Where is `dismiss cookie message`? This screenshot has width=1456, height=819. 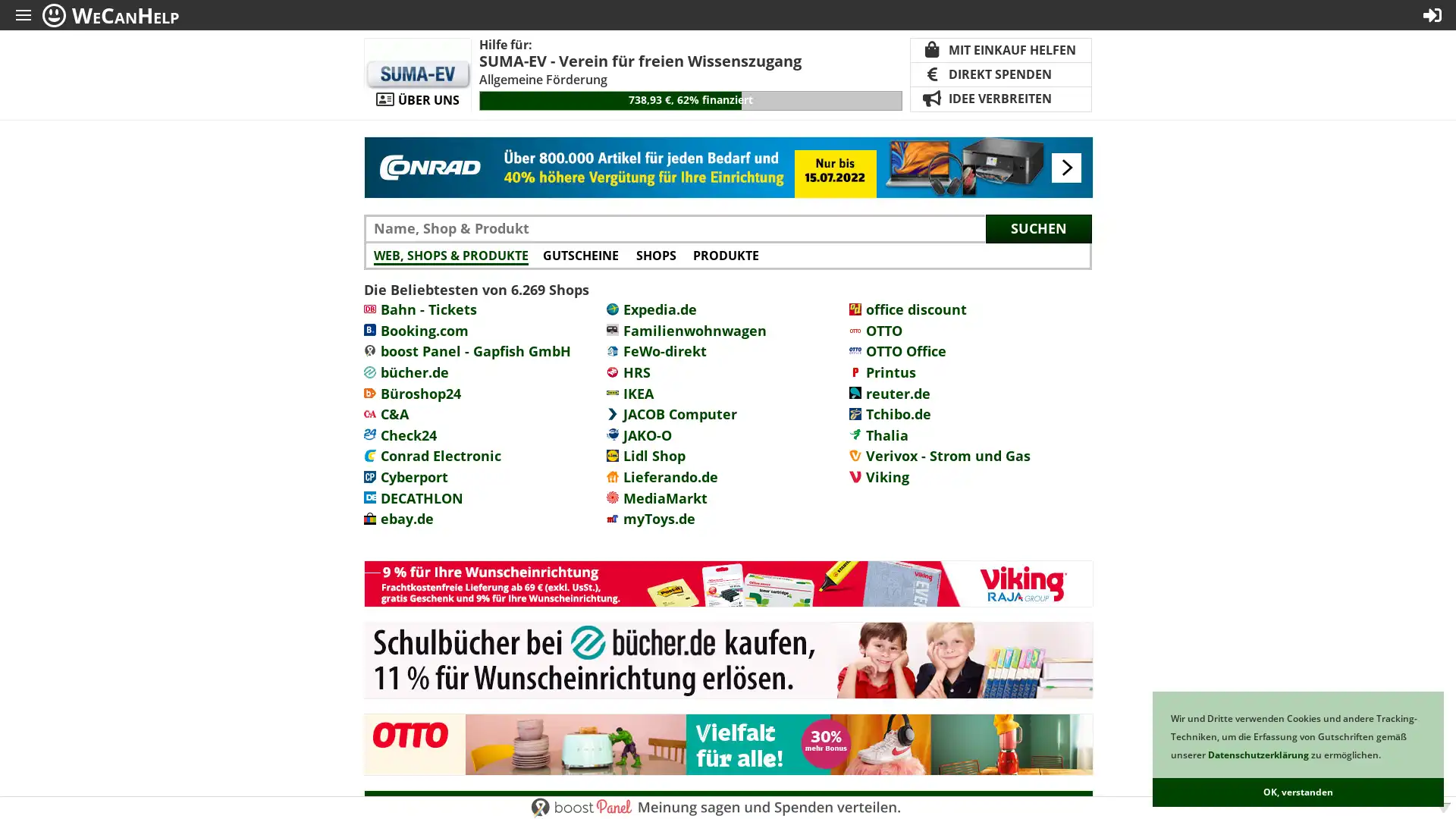 dismiss cookie message is located at coordinates (1298, 792).